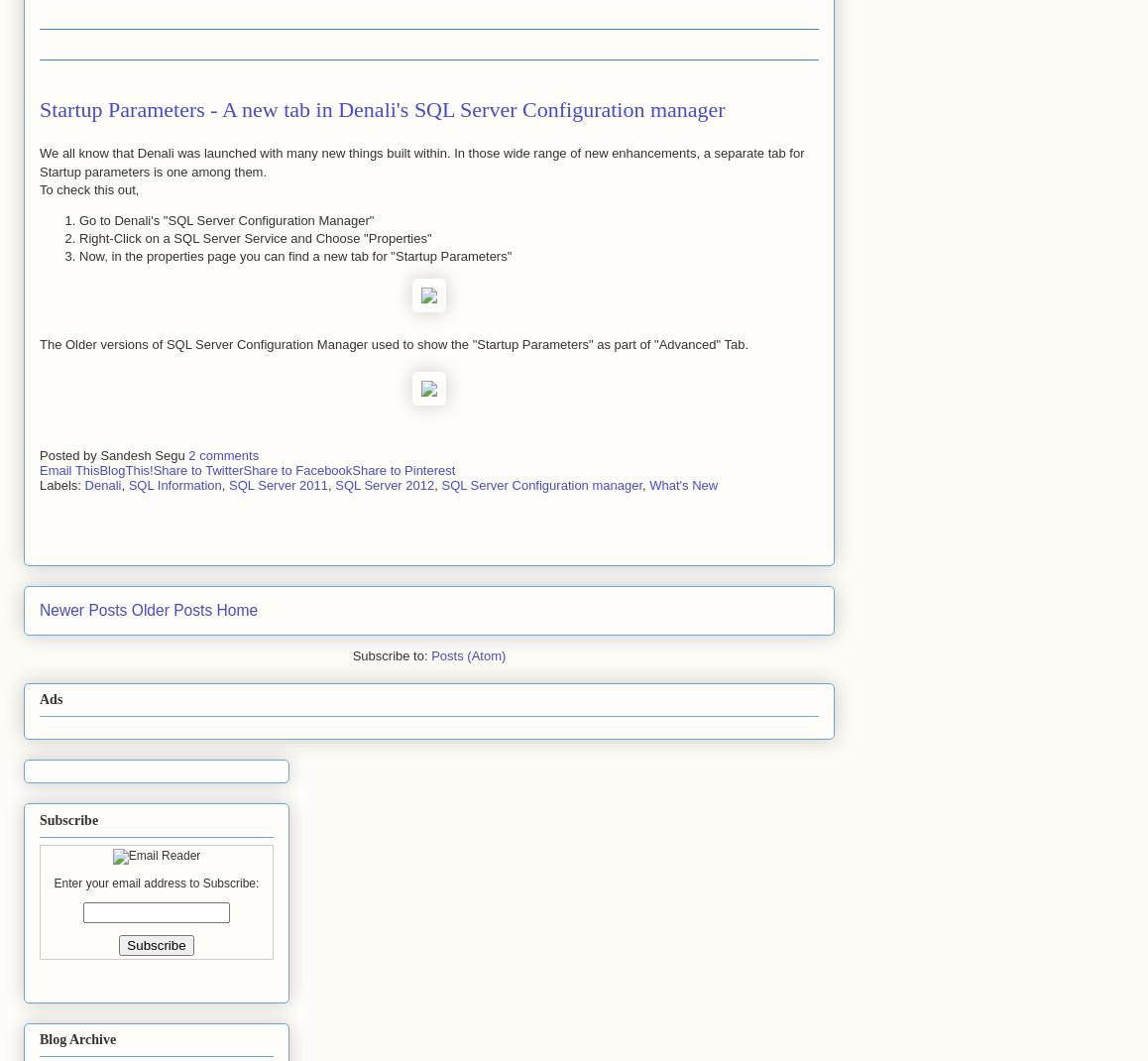  What do you see at coordinates (294, 255) in the screenshot?
I see `'Now, in the properties page you can find a new tab for "Startup Parameters"'` at bounding box center [294, 255].